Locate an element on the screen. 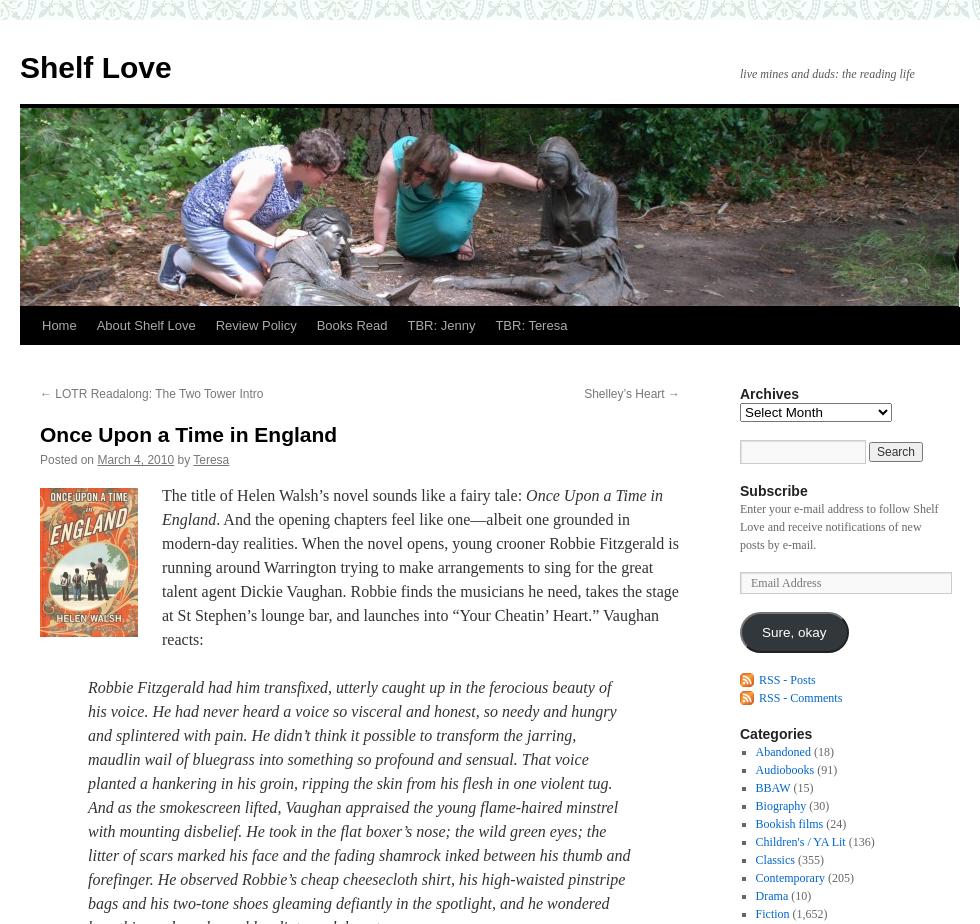  '(136)' is located at coordinates (859, 842).